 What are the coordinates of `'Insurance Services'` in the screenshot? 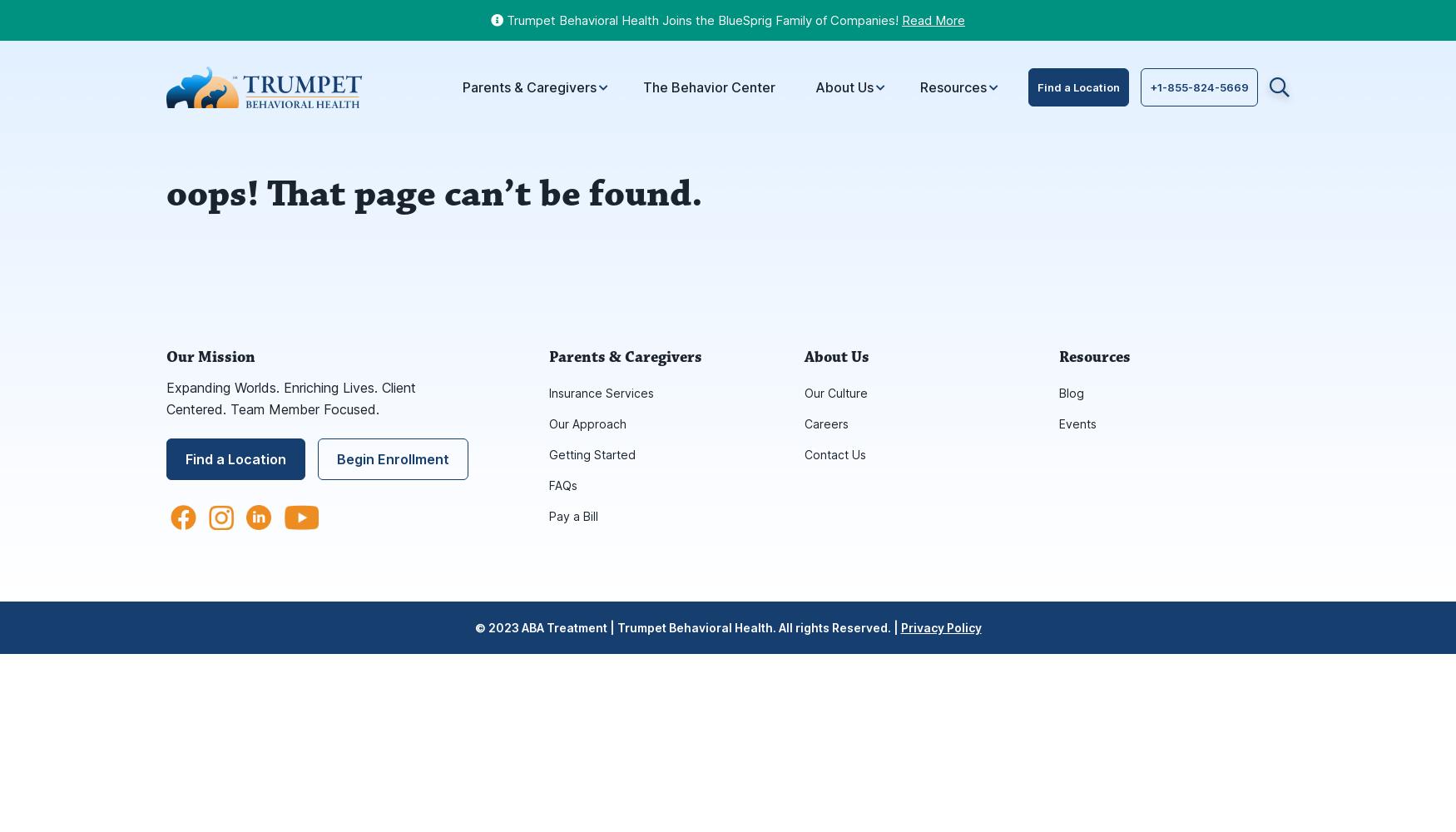 It's located at (601, 391).